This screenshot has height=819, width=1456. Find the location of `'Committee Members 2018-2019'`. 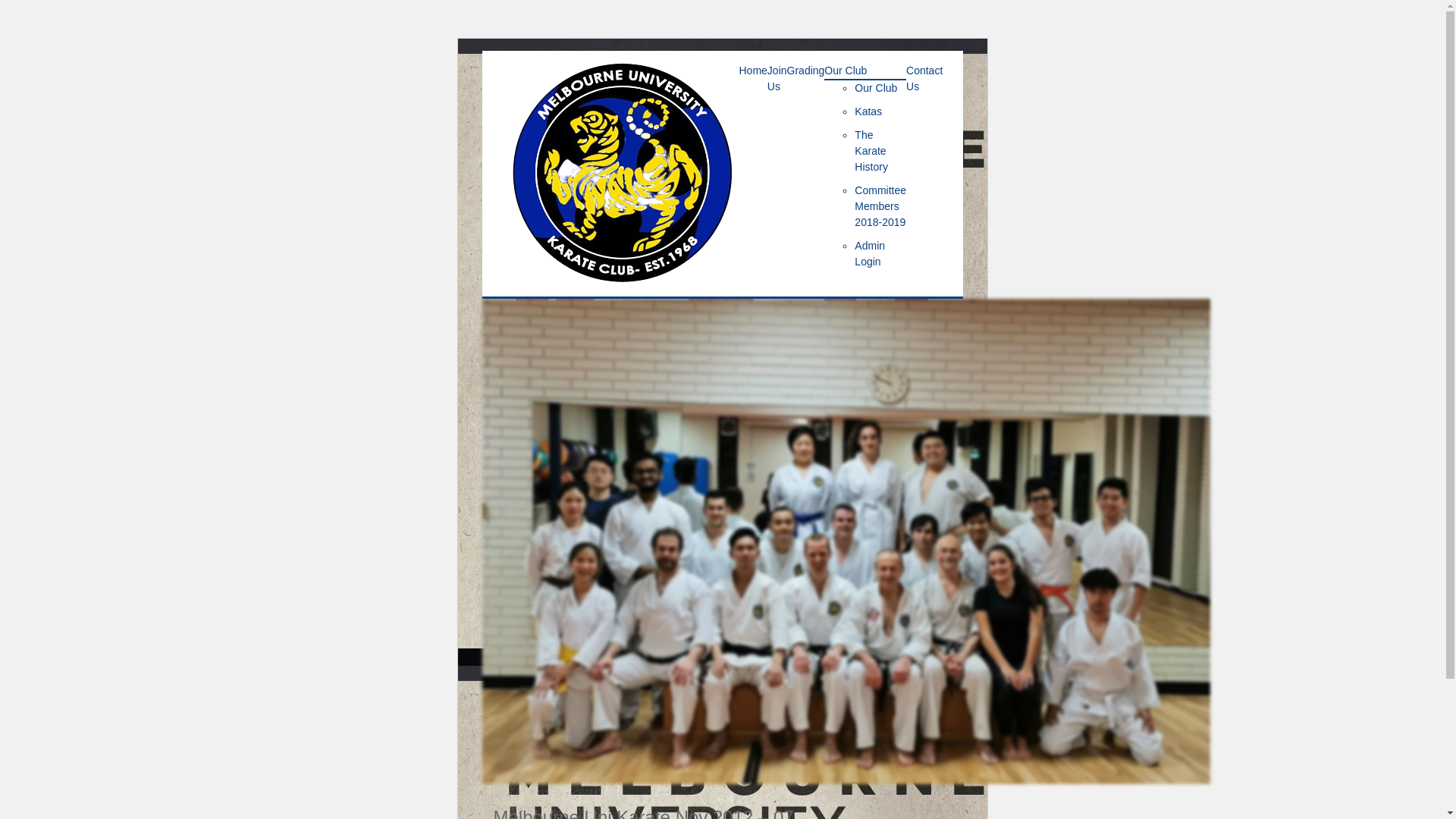

'Committee Members 2018-2019' is located at coordinates (880, 205).